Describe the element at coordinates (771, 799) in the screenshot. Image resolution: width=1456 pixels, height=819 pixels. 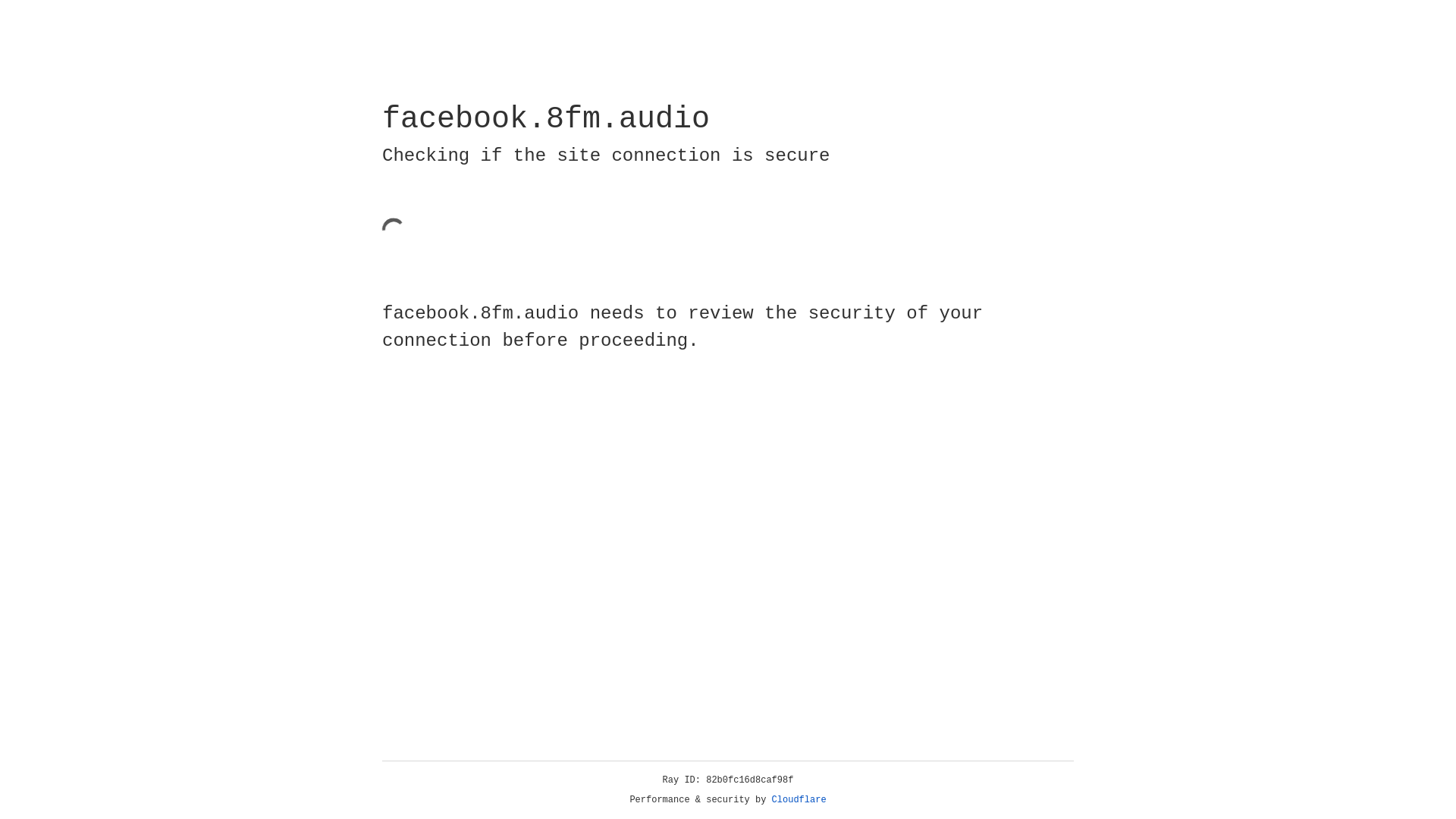
I see `'Cloudflare'` at that location.